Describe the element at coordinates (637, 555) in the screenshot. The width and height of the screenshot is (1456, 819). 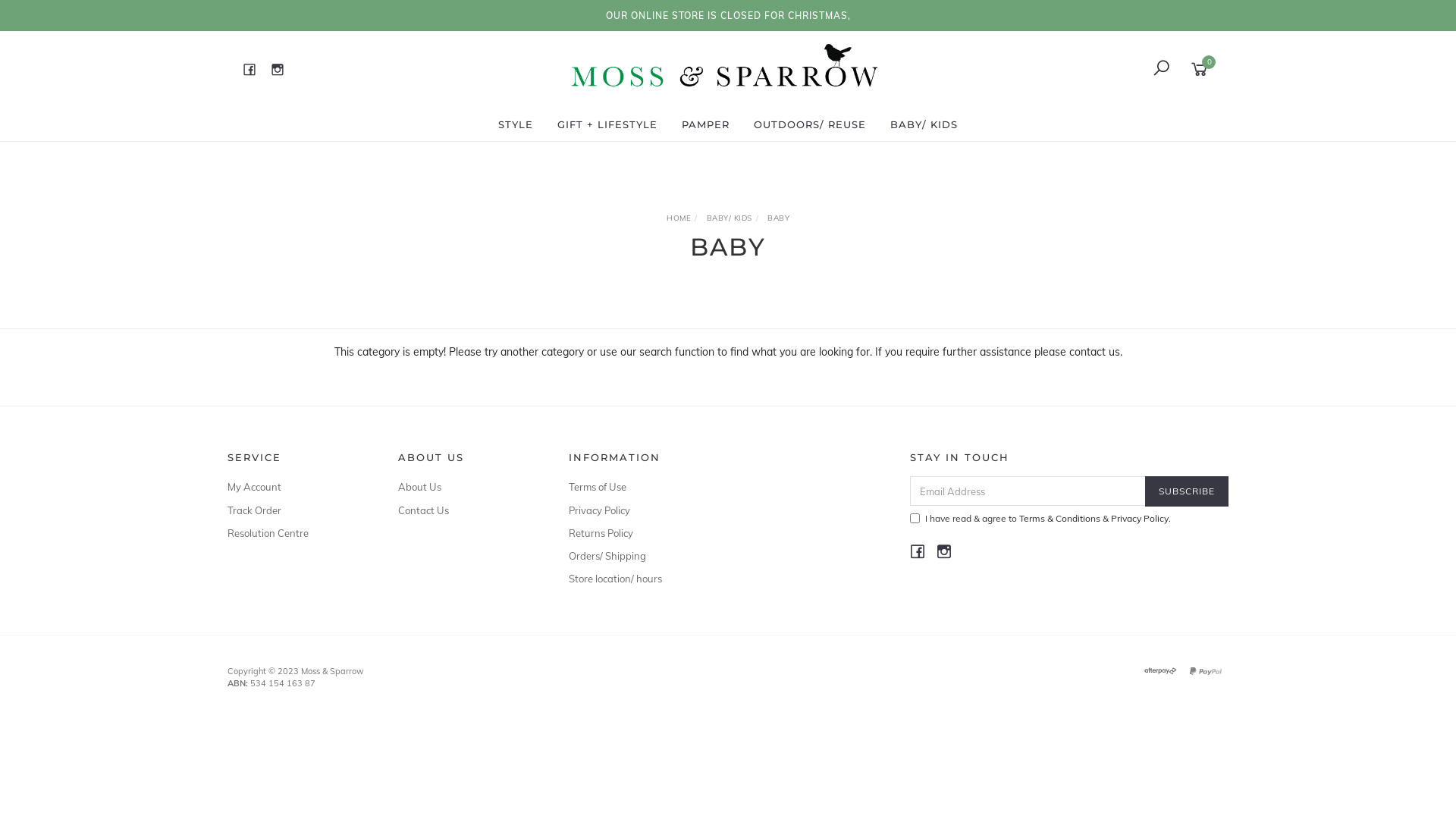
I see `'Orders/ Shipping'` at that location.